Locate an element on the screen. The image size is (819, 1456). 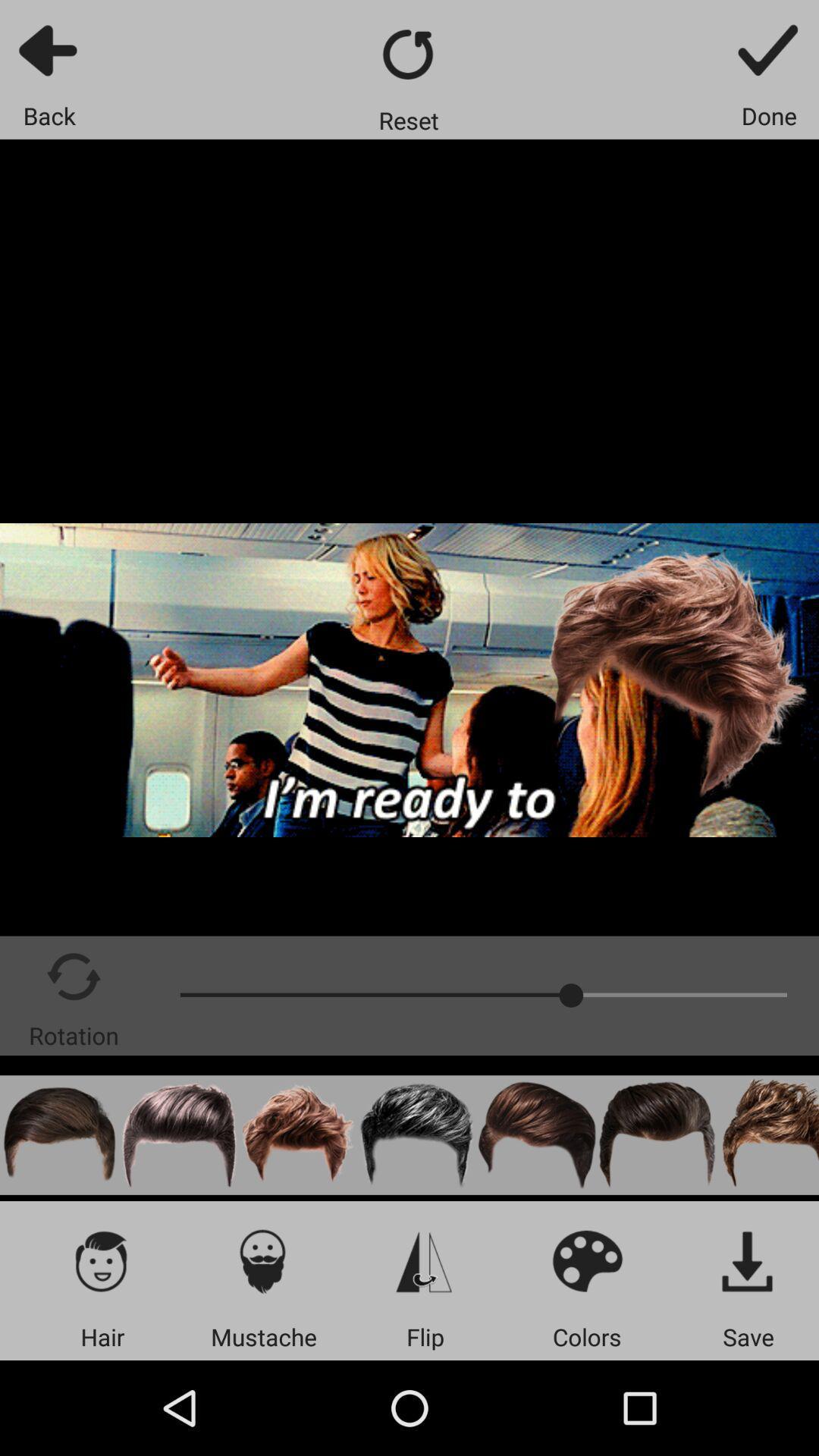
a hairstyle overlay is located at coordinates (656, 1135).